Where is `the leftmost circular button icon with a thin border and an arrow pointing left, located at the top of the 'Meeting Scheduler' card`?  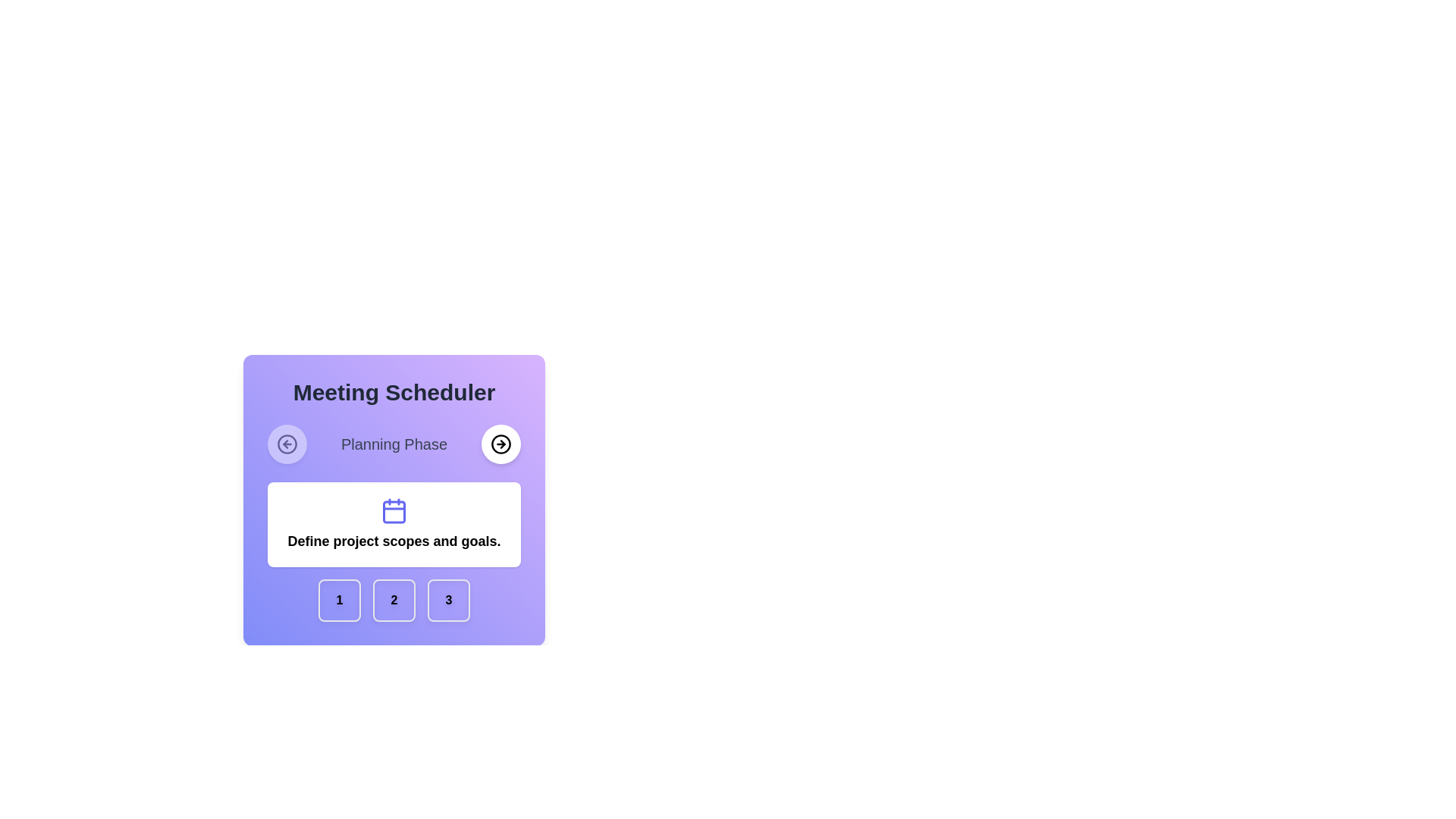 the leftmost circular button icon with a thin border and an arrow pointing left, located at the top of the 'Meeting Scheduler' card is located at coordinates (287, 444).